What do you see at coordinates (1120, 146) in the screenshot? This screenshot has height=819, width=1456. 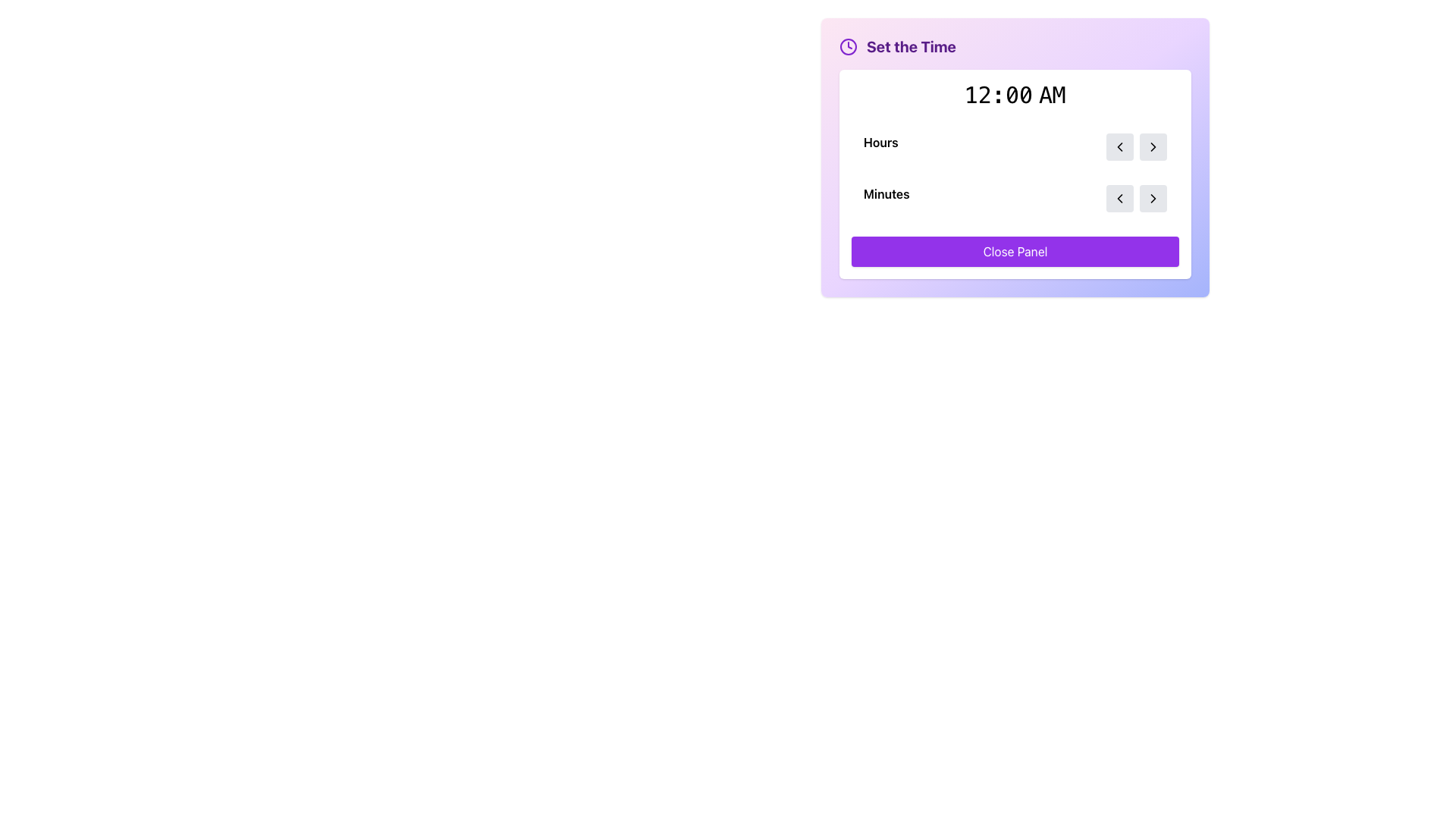 I see `the button with a leftward-pointing chevron icon in the 'Set the Time' interface, located to the right of the 'Hours' label` at bounding box center [1120, 146].